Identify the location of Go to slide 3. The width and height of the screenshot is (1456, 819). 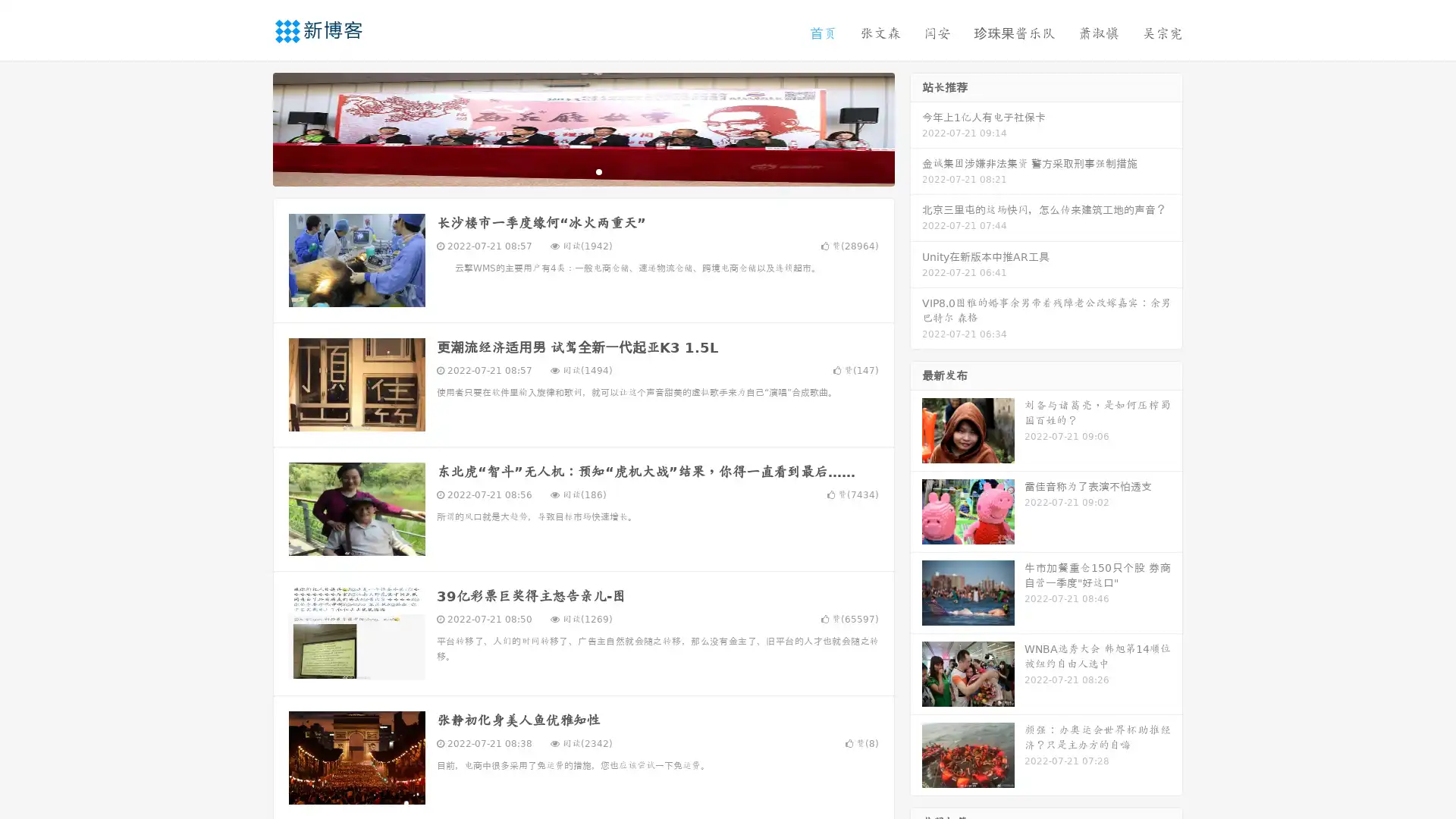
(598, 171).